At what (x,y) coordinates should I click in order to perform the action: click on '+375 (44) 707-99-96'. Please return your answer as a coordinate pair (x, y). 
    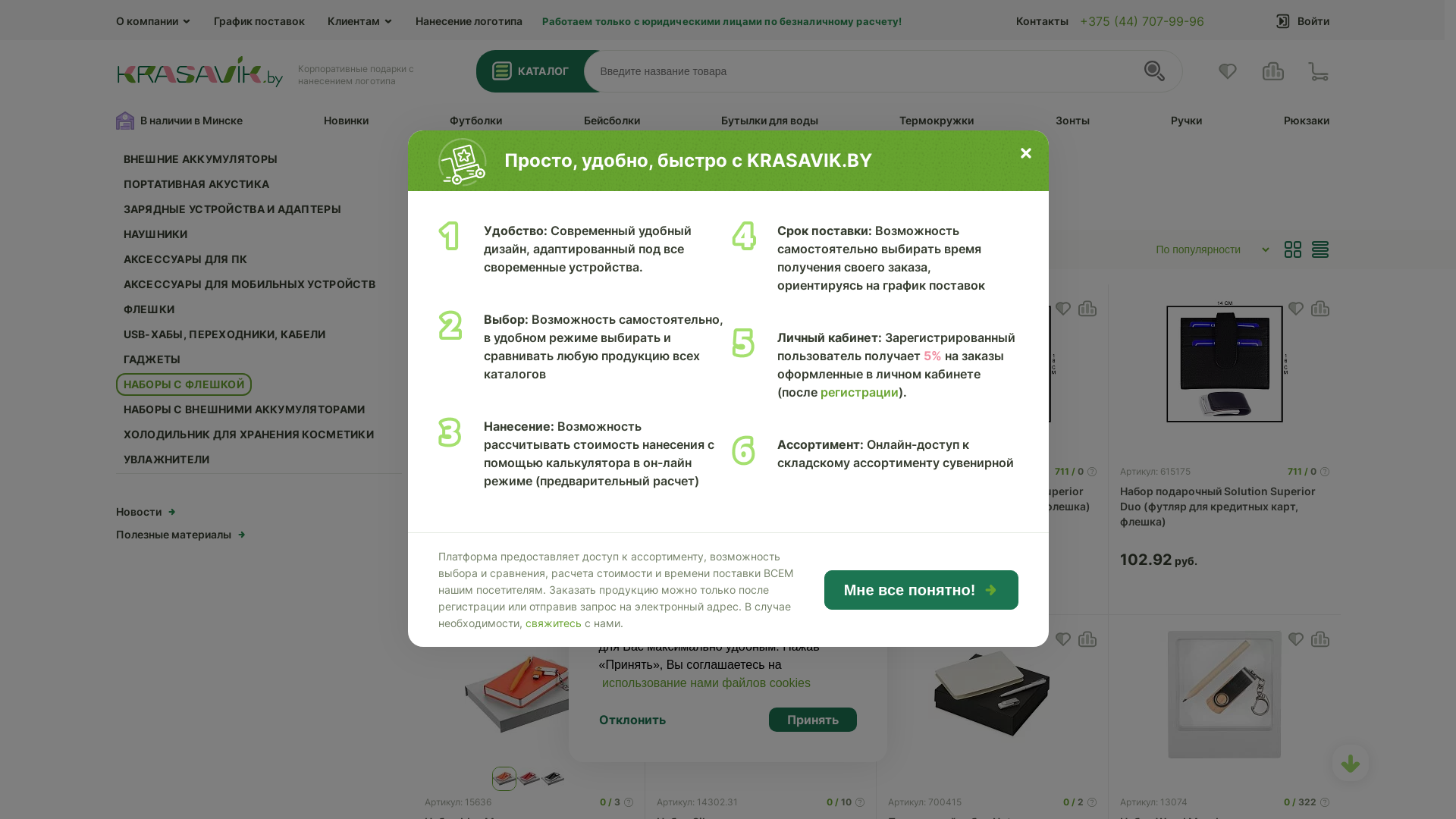
    Looking at the image, I should click on (1142, 20).